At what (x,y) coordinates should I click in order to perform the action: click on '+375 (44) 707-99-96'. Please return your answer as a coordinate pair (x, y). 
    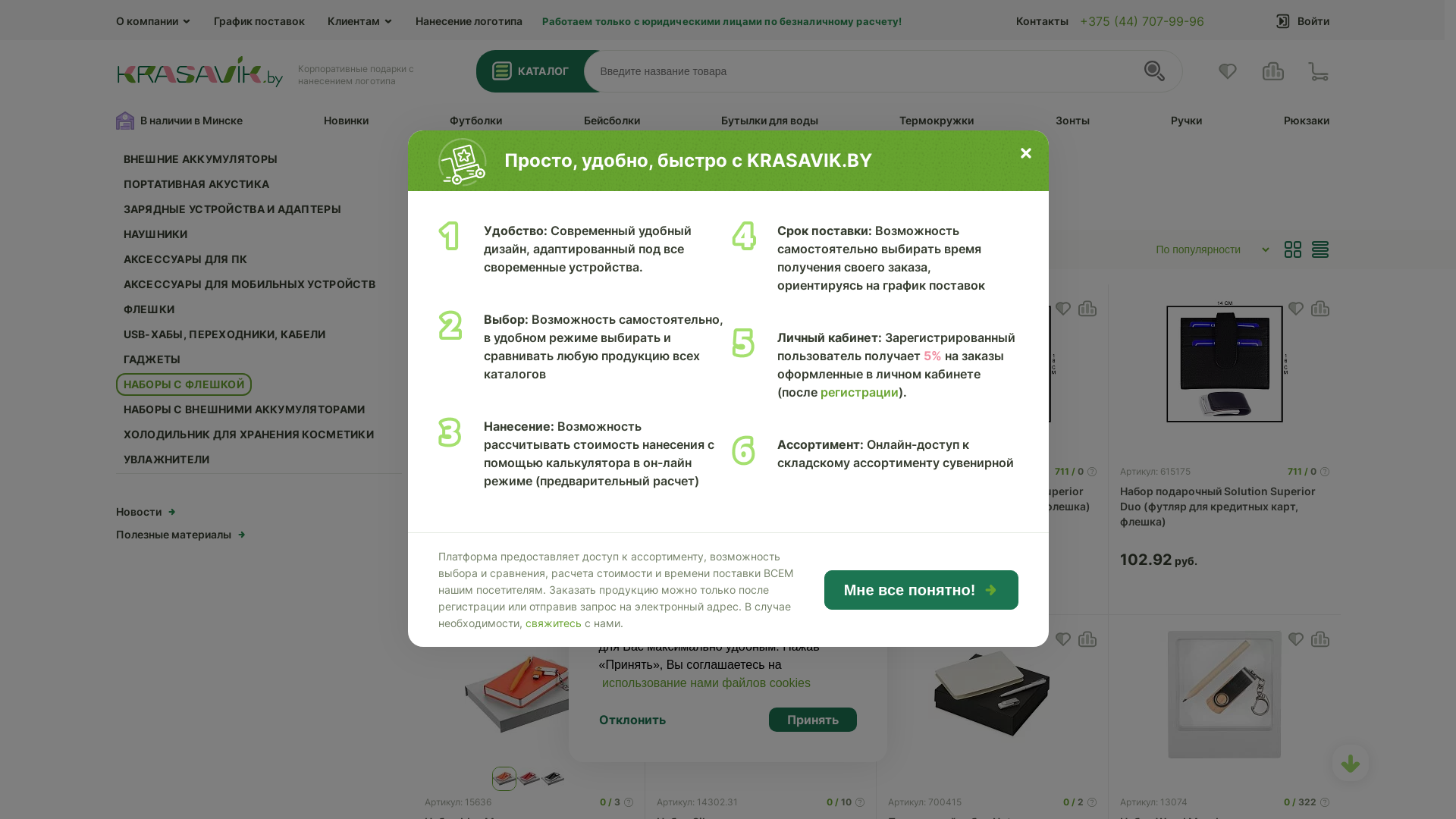
    Looking at the image, I should click on (1142, 20).